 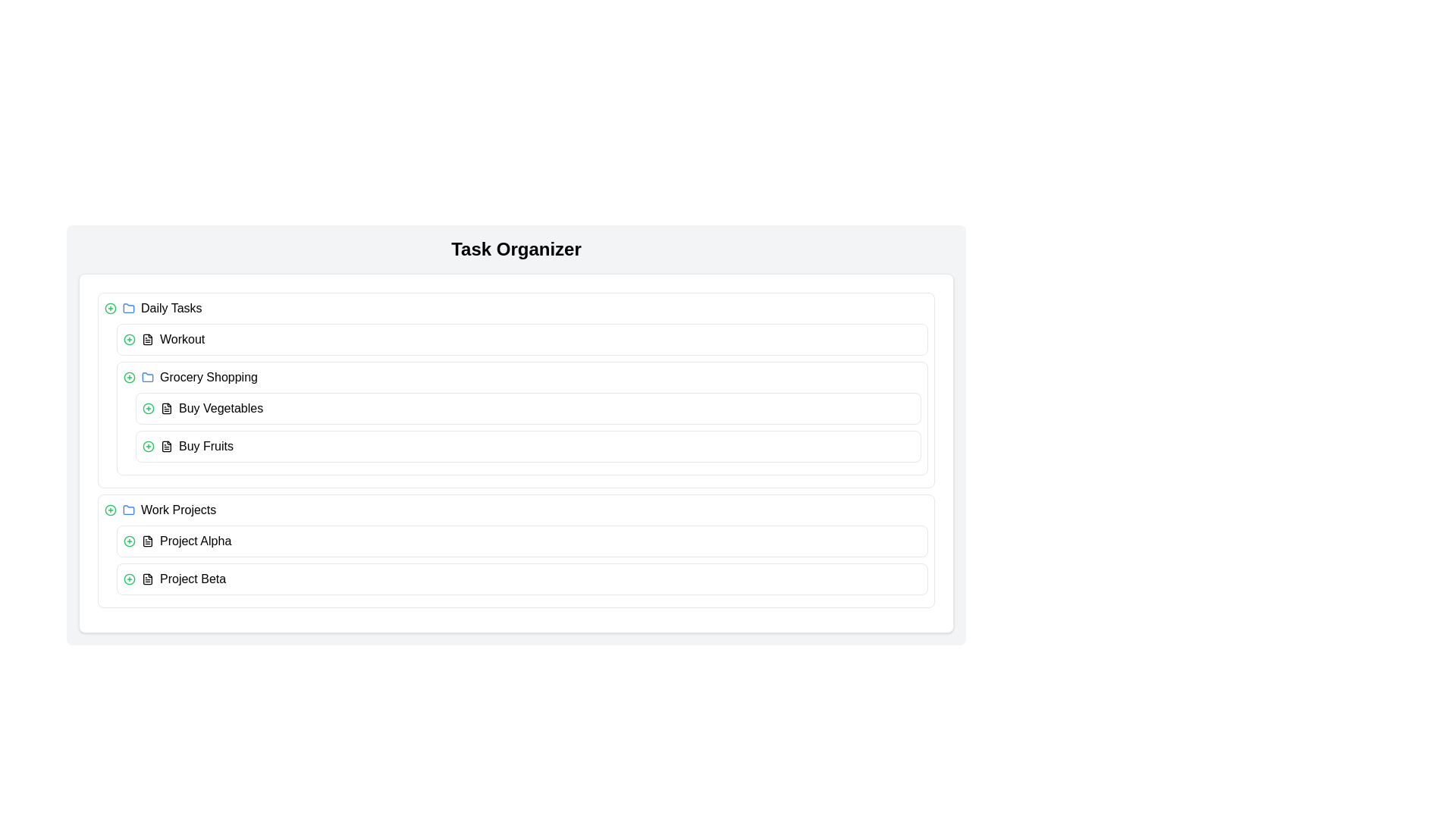 What do you see at coordinates (148, 579) in the screenshot?
I see `the text file icon in the 'Work Projects' section, specifically the second icon from the left in the 'Project Beta' row` at bounding box center [148, 579].